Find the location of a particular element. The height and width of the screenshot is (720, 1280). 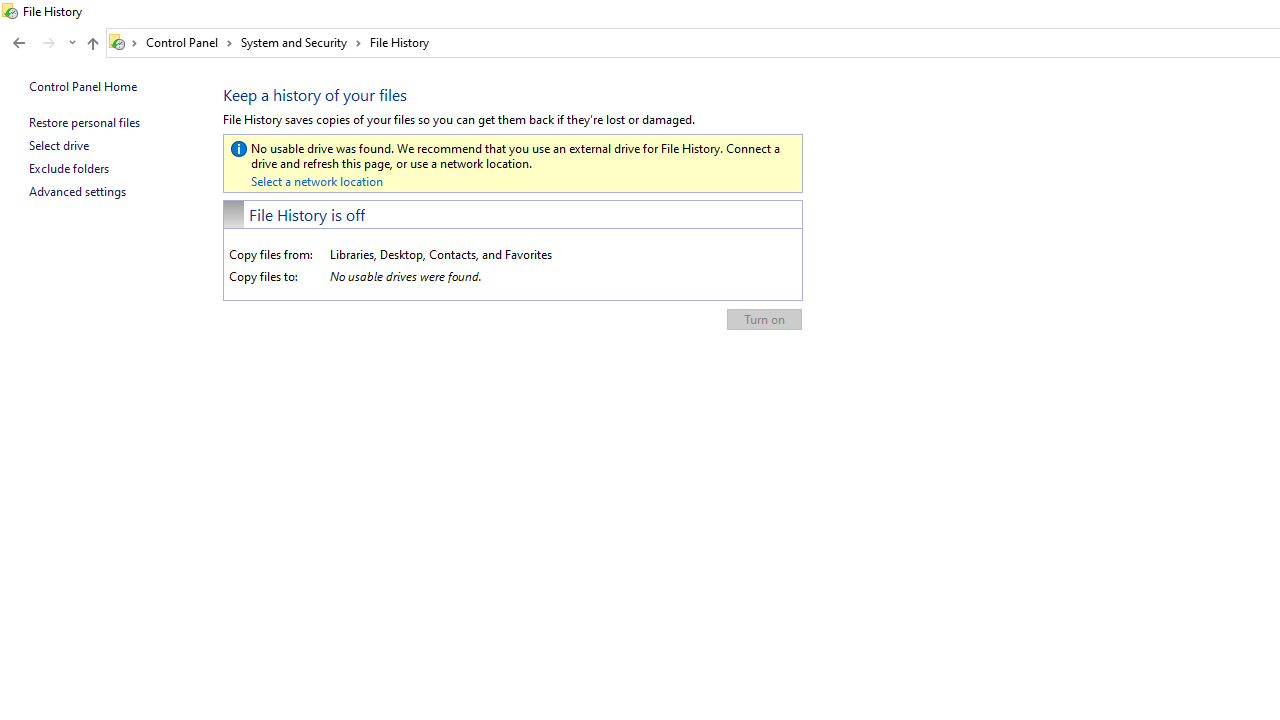

'Exclude folders' is located at coordinates (69, 167).